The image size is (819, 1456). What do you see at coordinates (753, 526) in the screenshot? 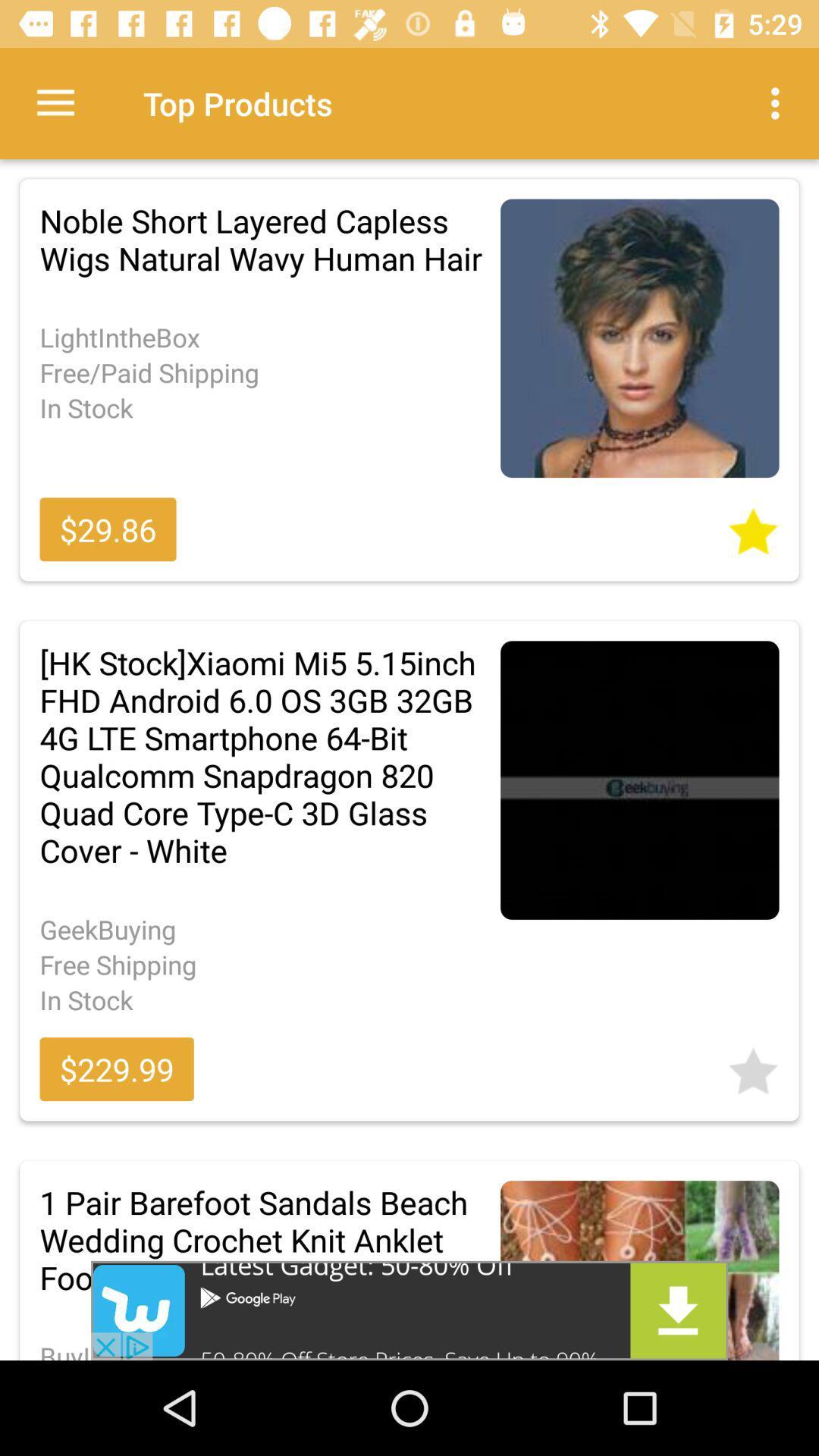
I see `bookmark` at bounding box center [753, 526].